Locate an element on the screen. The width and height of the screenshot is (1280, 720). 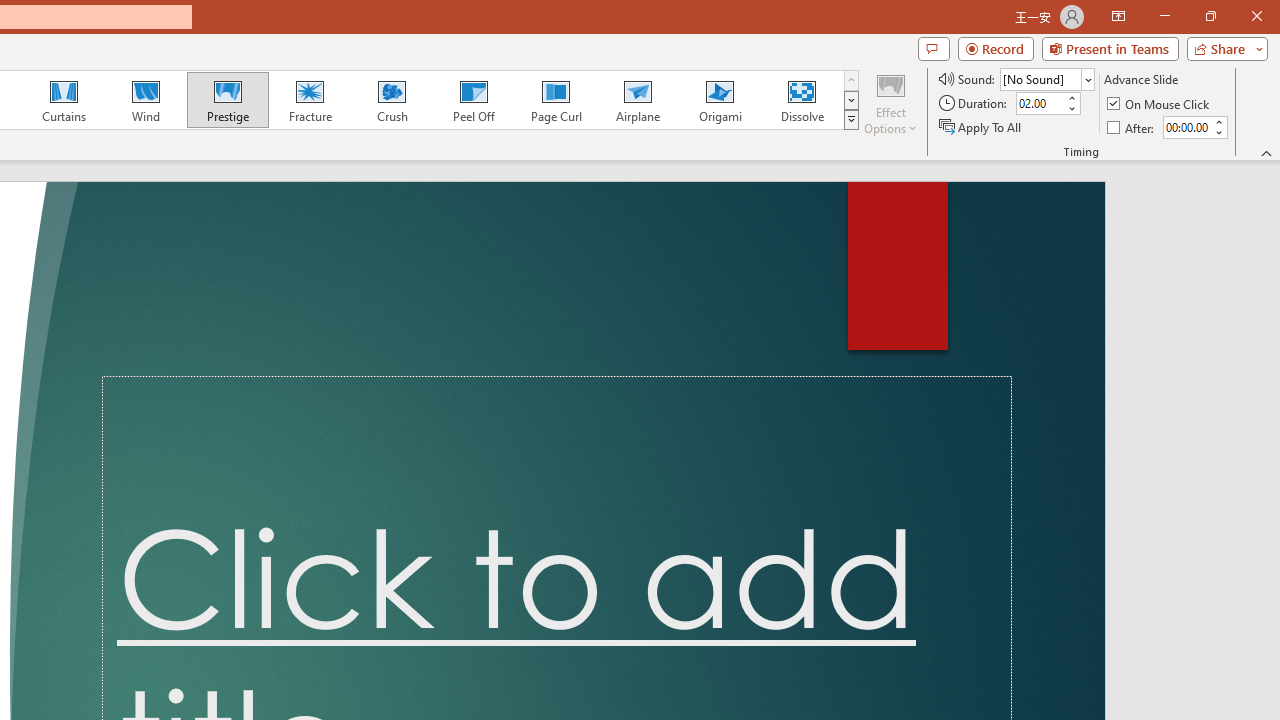
'Prestige' is located at coordinates (227, 100).